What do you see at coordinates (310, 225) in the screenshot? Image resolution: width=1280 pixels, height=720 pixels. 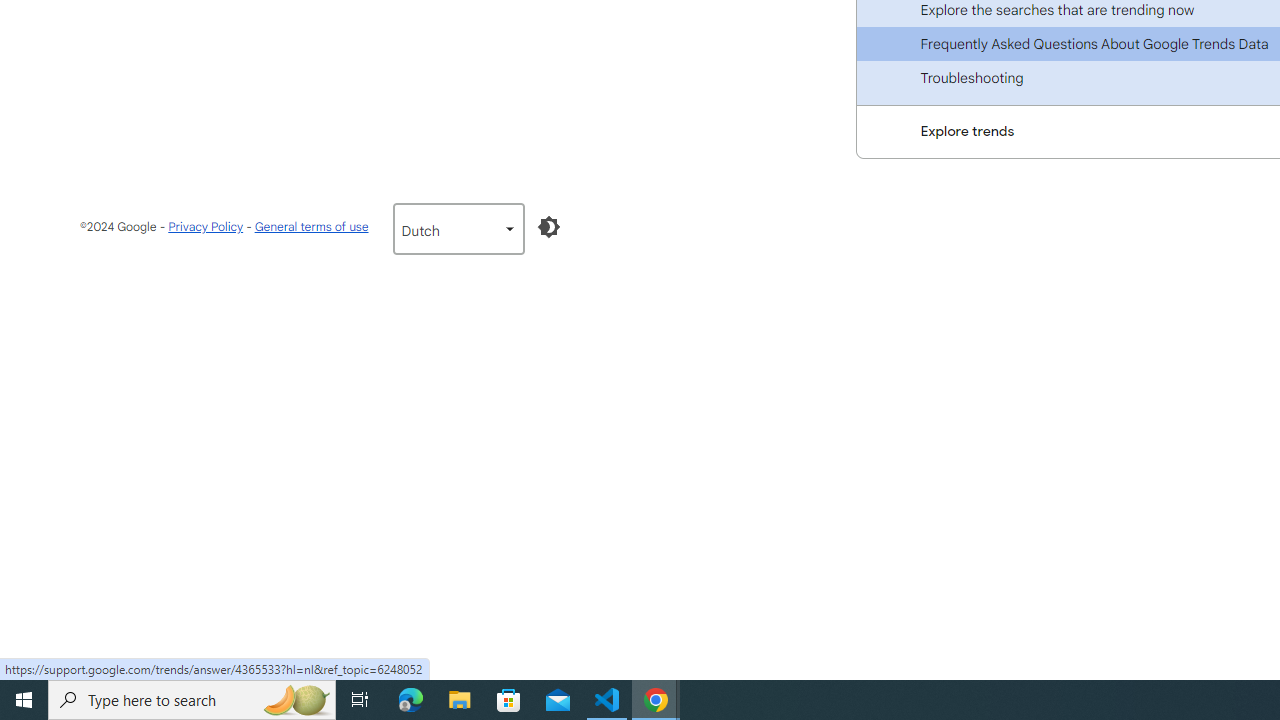 I see `'General terms of use'` at bounding box center [310, 225].